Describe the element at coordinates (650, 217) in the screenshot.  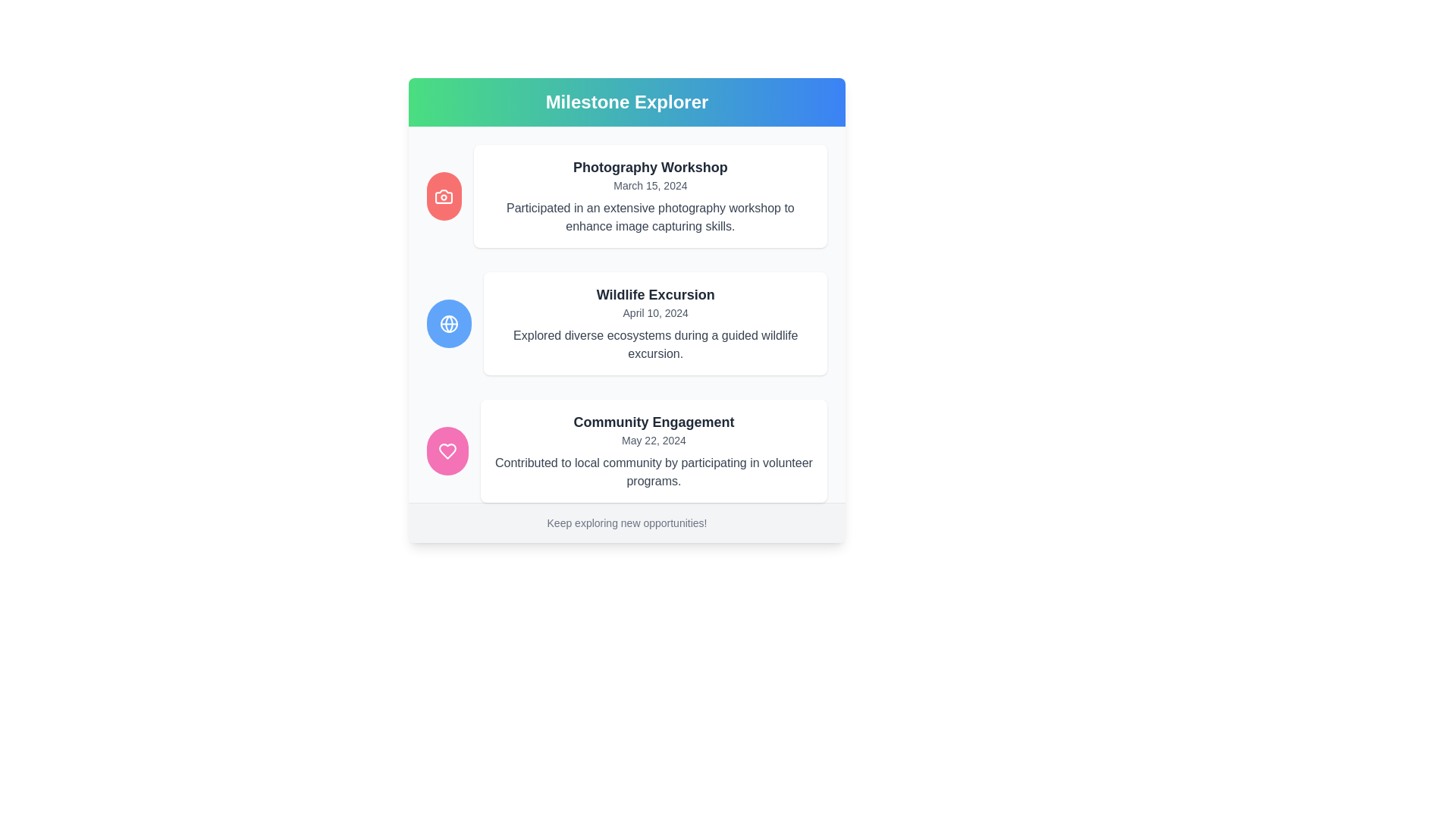
I see `the text block styled in gray, containing the paragraph: 'Participated in an extensive photography workshop to enhance image capturing skills.', located beneath 'March 15, 2024' and the title 'Photography Workshop'` at that location.